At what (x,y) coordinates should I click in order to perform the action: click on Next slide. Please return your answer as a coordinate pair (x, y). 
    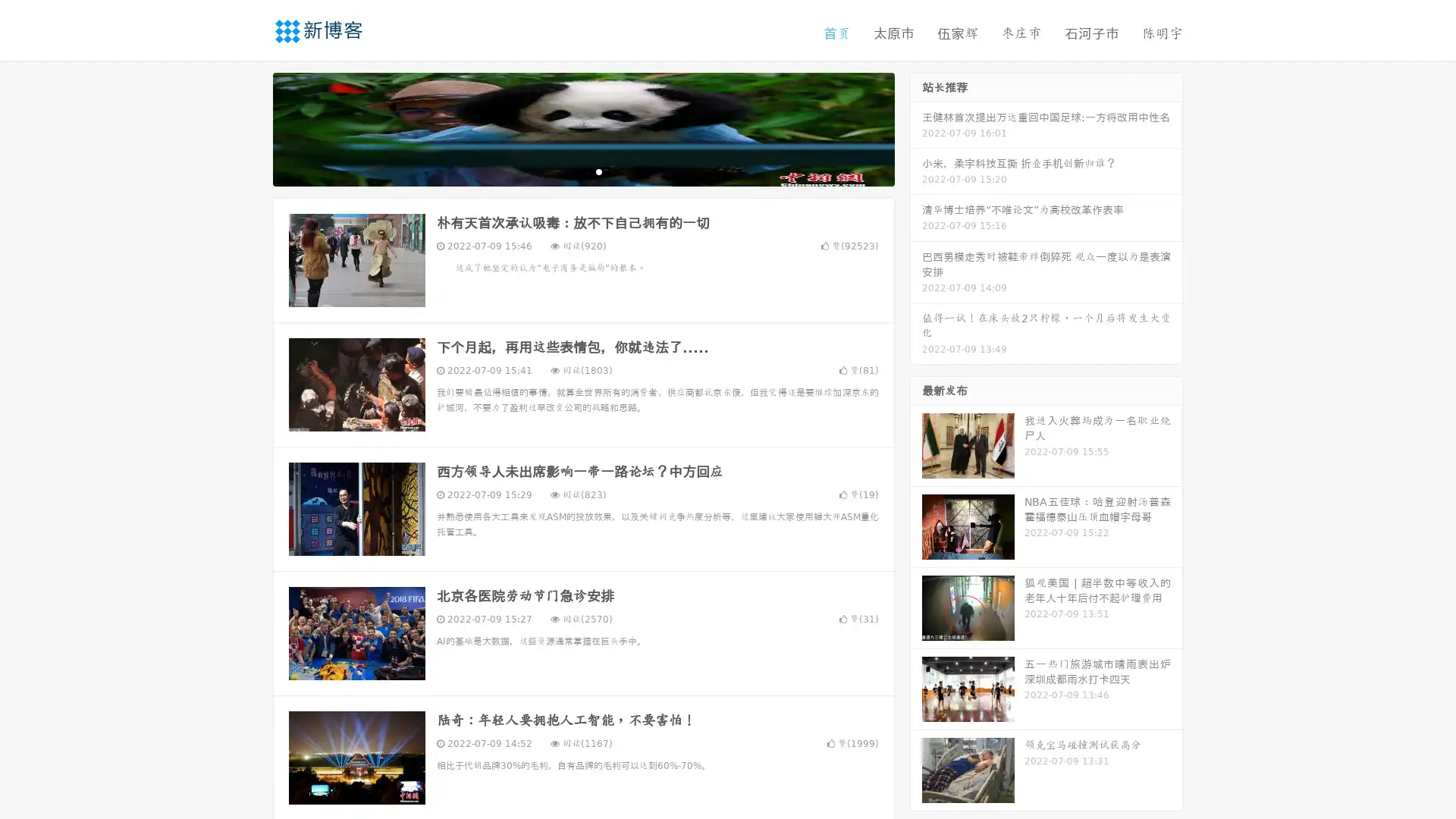
    Looking at the image, I should click on (916, 127).